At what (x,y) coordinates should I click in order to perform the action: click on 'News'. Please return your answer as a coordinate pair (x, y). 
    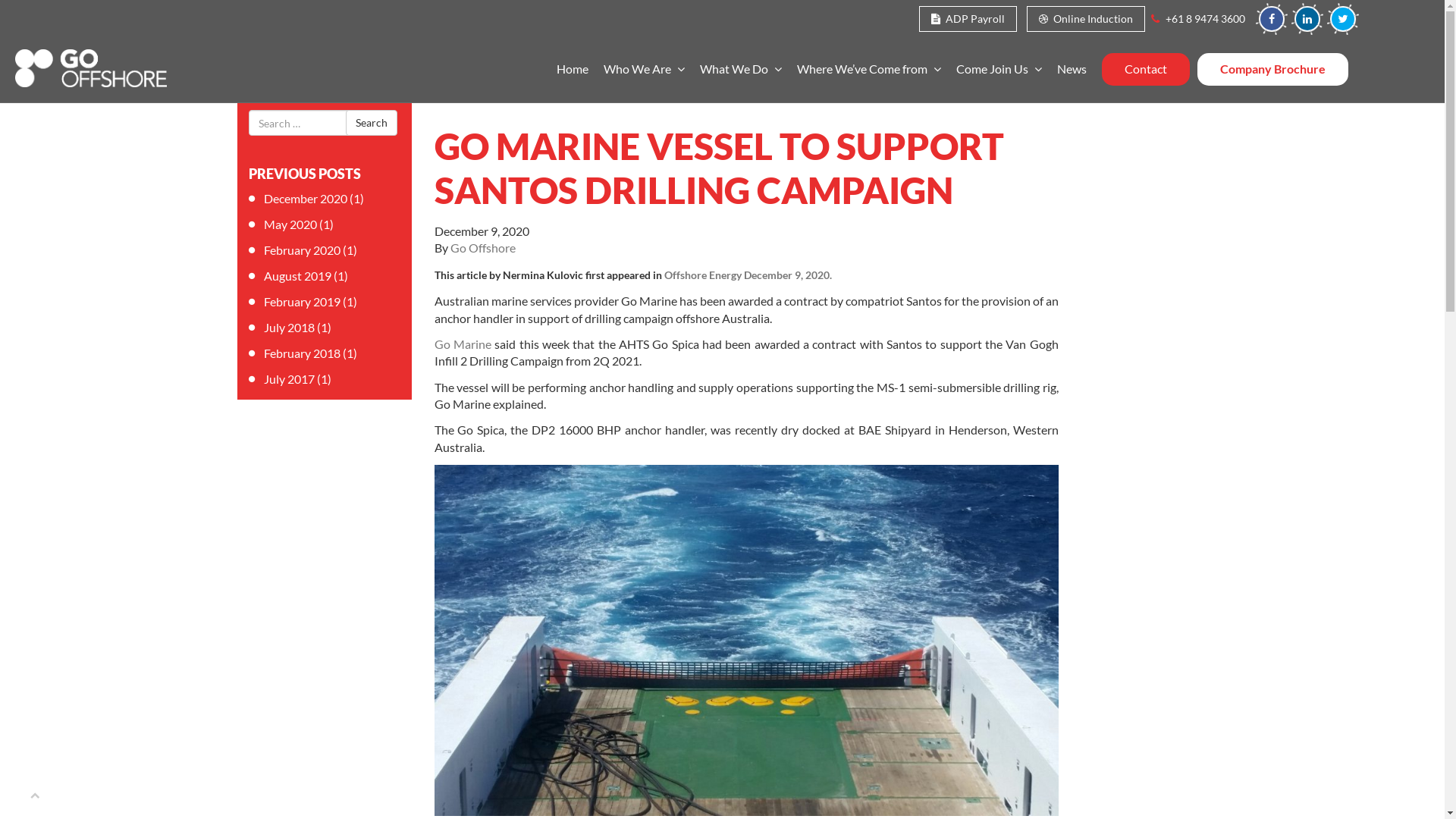
    Looking at the image, I should click on (1071, 70).